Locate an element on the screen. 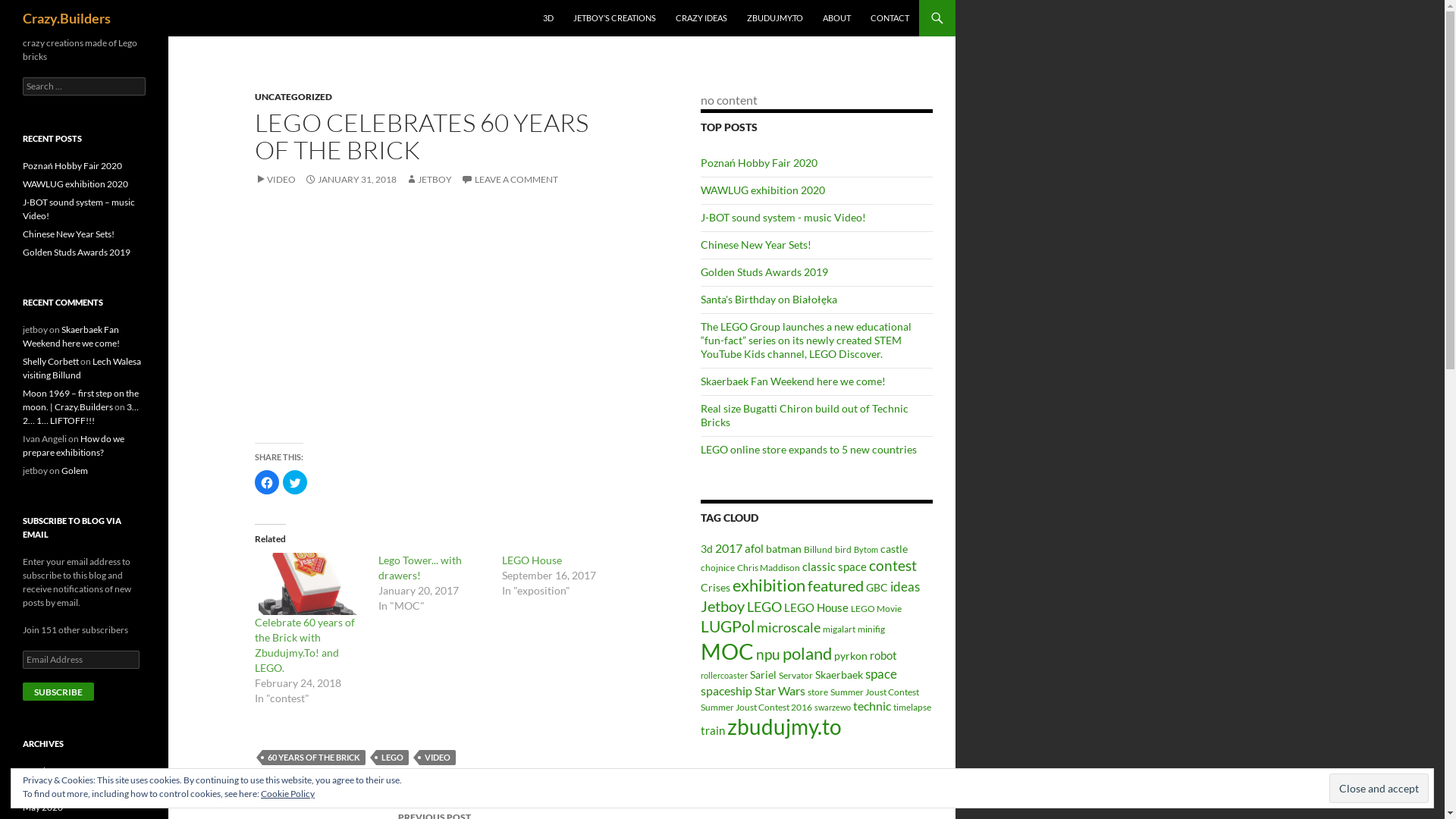 This screenshot has width=1456, height=819. 'pyrkon' is located at coordinates (851, 654).